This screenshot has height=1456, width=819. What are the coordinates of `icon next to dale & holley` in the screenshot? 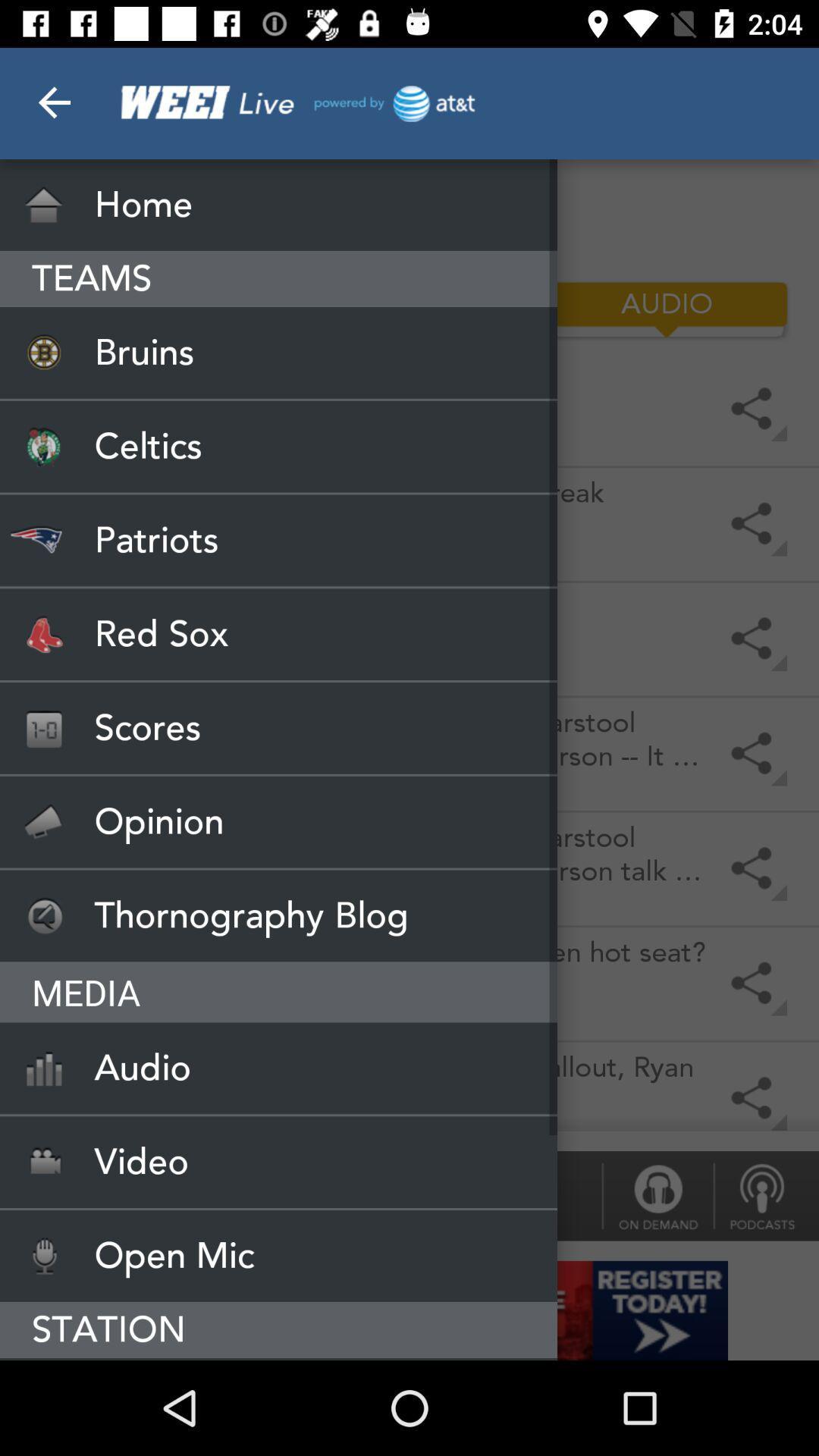 It's located at (657, 1195).